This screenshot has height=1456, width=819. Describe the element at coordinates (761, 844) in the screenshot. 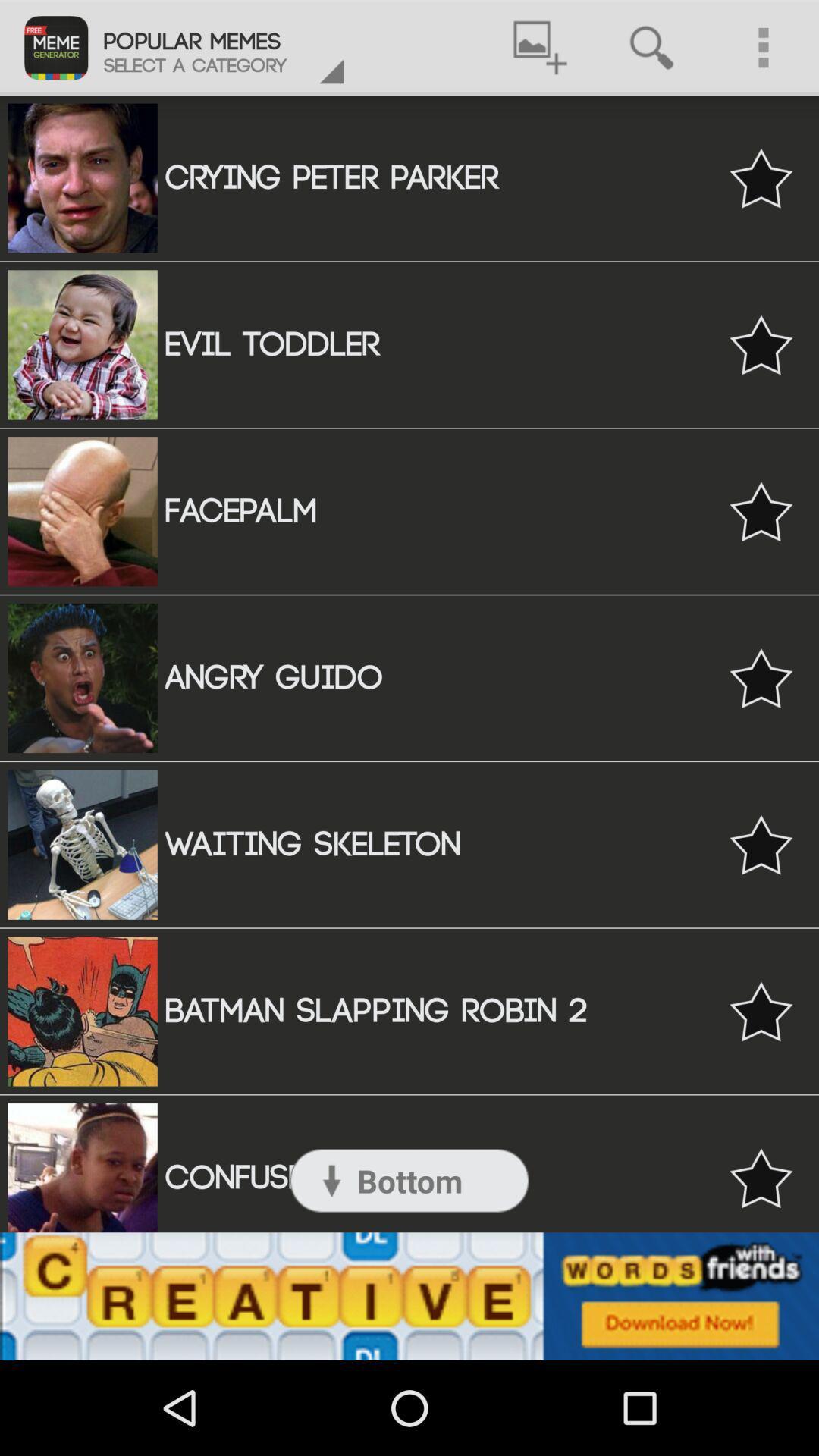

I see `this` at that location.